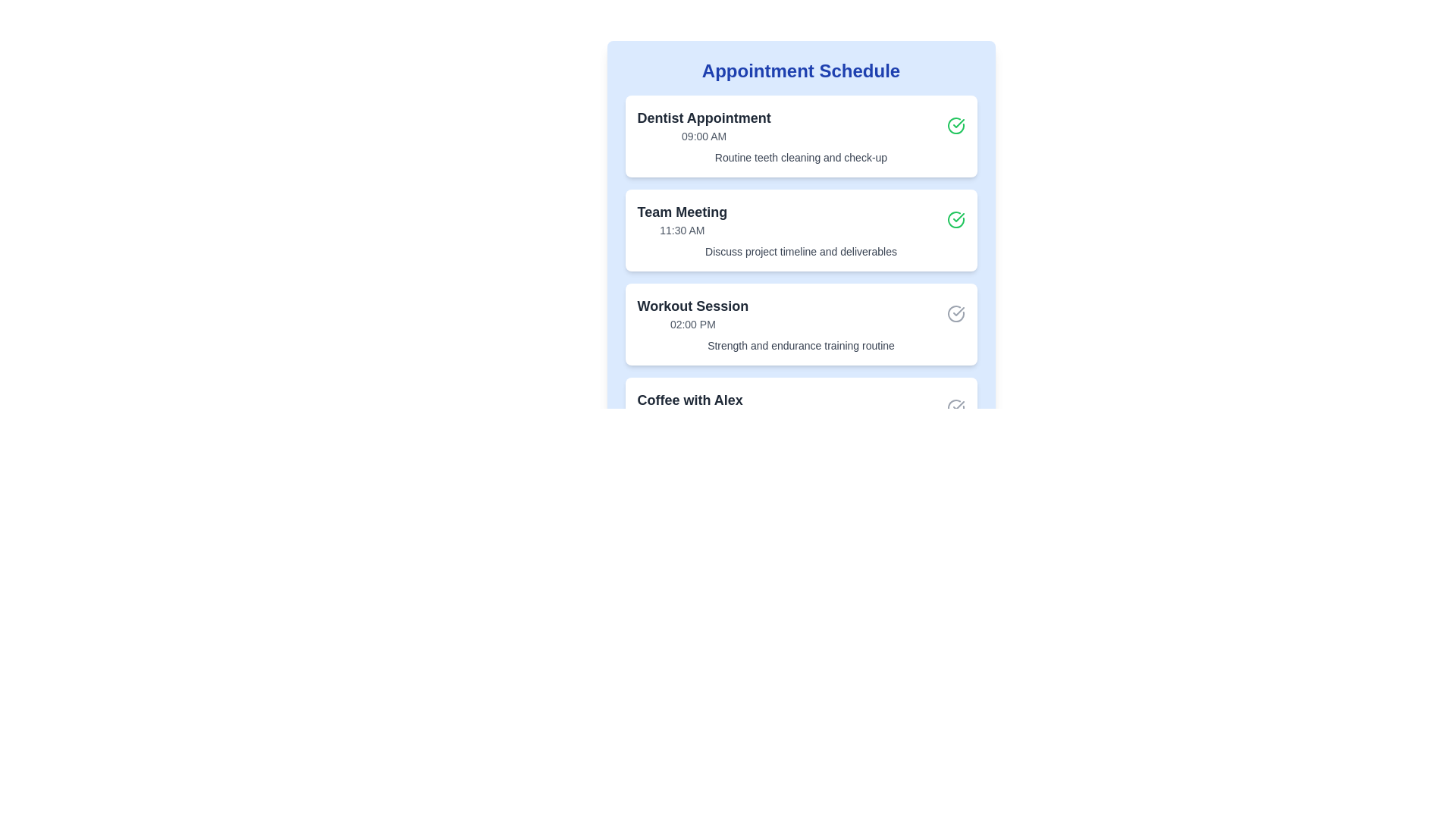  What do you see at coordinates (955, 406) in the screenshot?
I see `the partial circle icon located at the bottom right of the 'Coffee with Alex' entry in the schedule list` at bounding box center [955, 406].